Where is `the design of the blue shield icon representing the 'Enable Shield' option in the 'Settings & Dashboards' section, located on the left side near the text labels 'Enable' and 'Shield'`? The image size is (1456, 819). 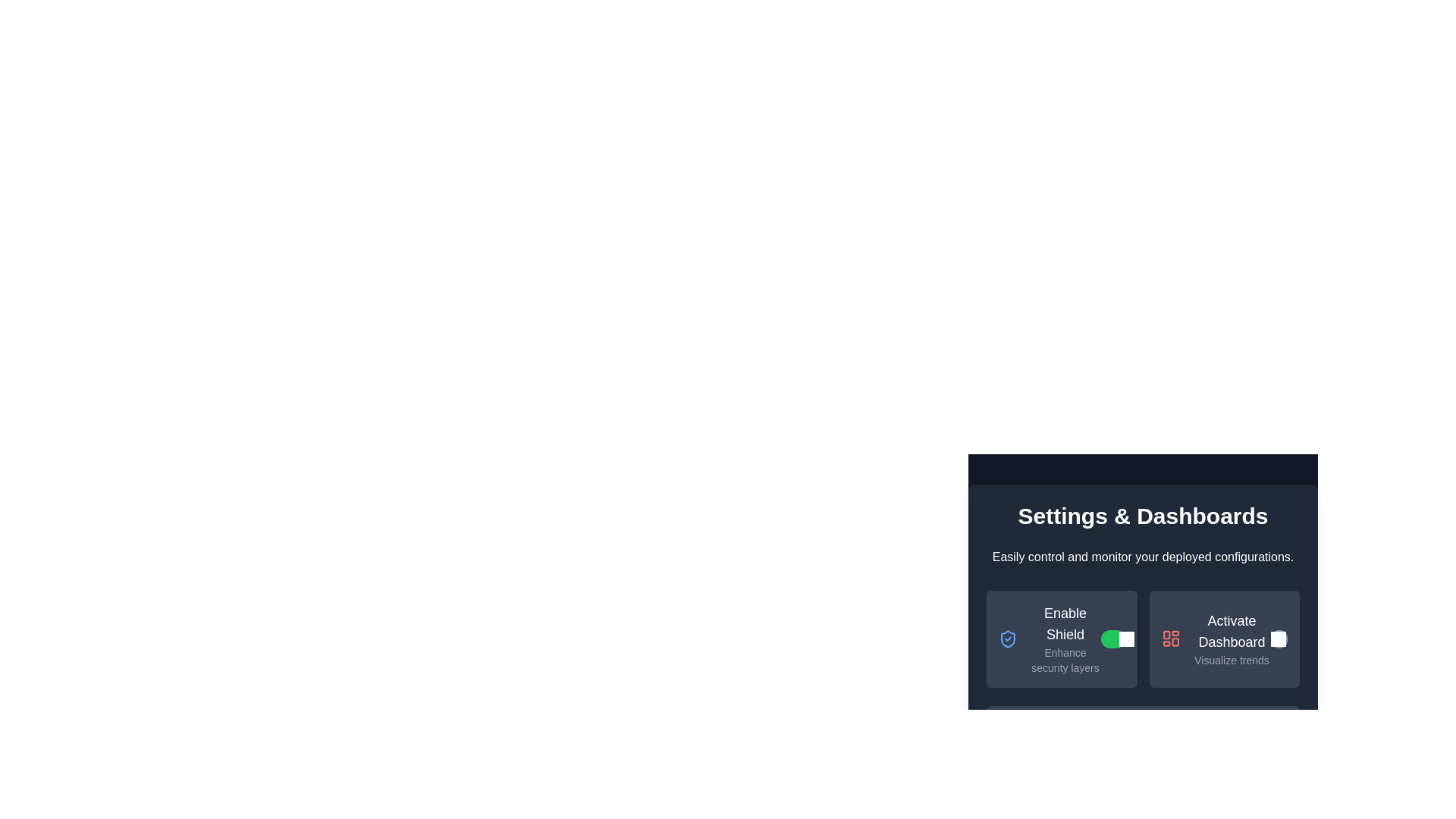
the design of the blue shield icon representing the 'Enable Shield' option in the 'Settings & Dashboards' section, located on the left side near the text labels 'Enable' and 'Shield' is located at coordinates (1008, 639).